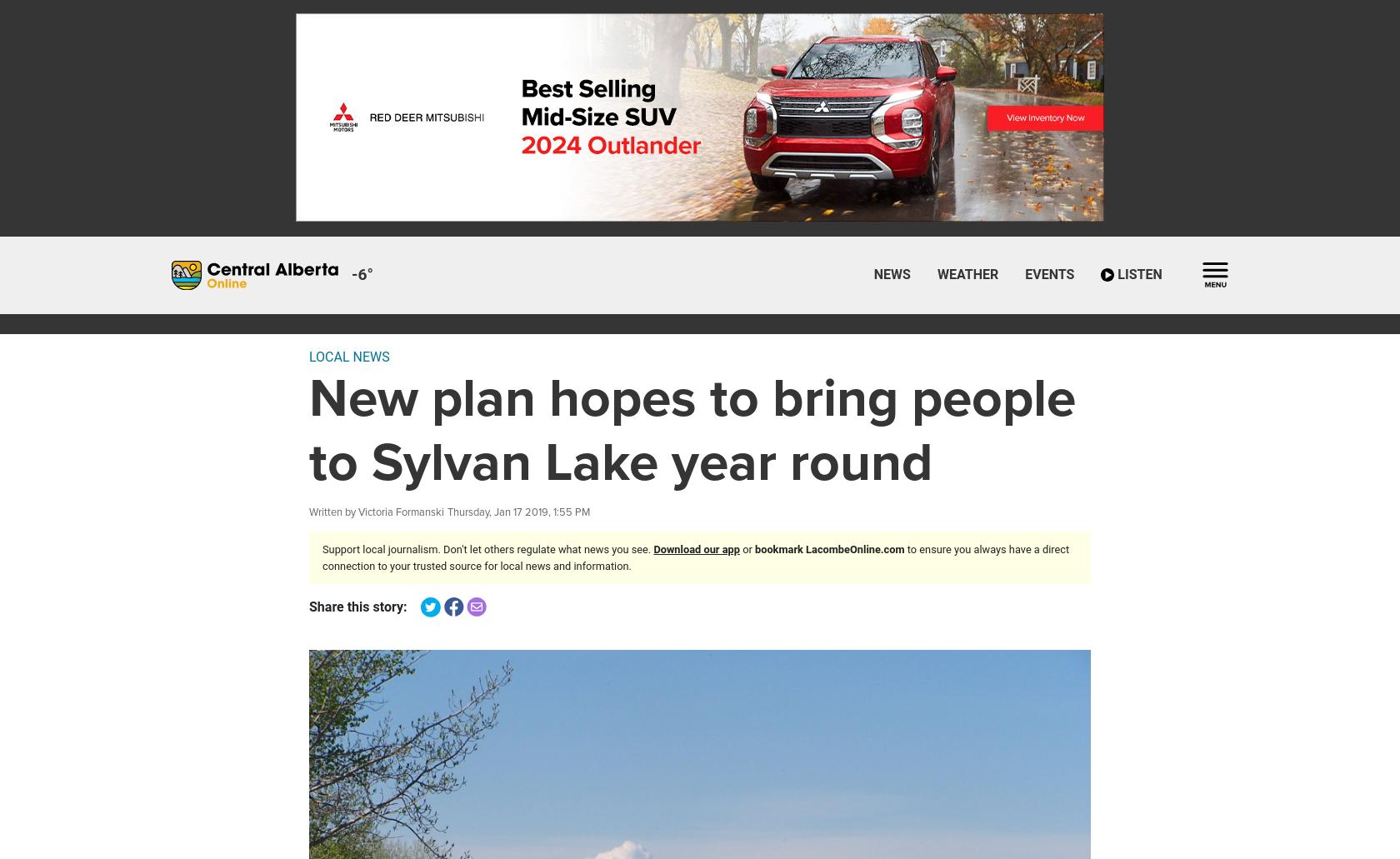 The width and height of the screenshot is (1400, 859). I want to click on 'Thursday, Jan 17 2019, 1:55 PM', so click(517, 511).